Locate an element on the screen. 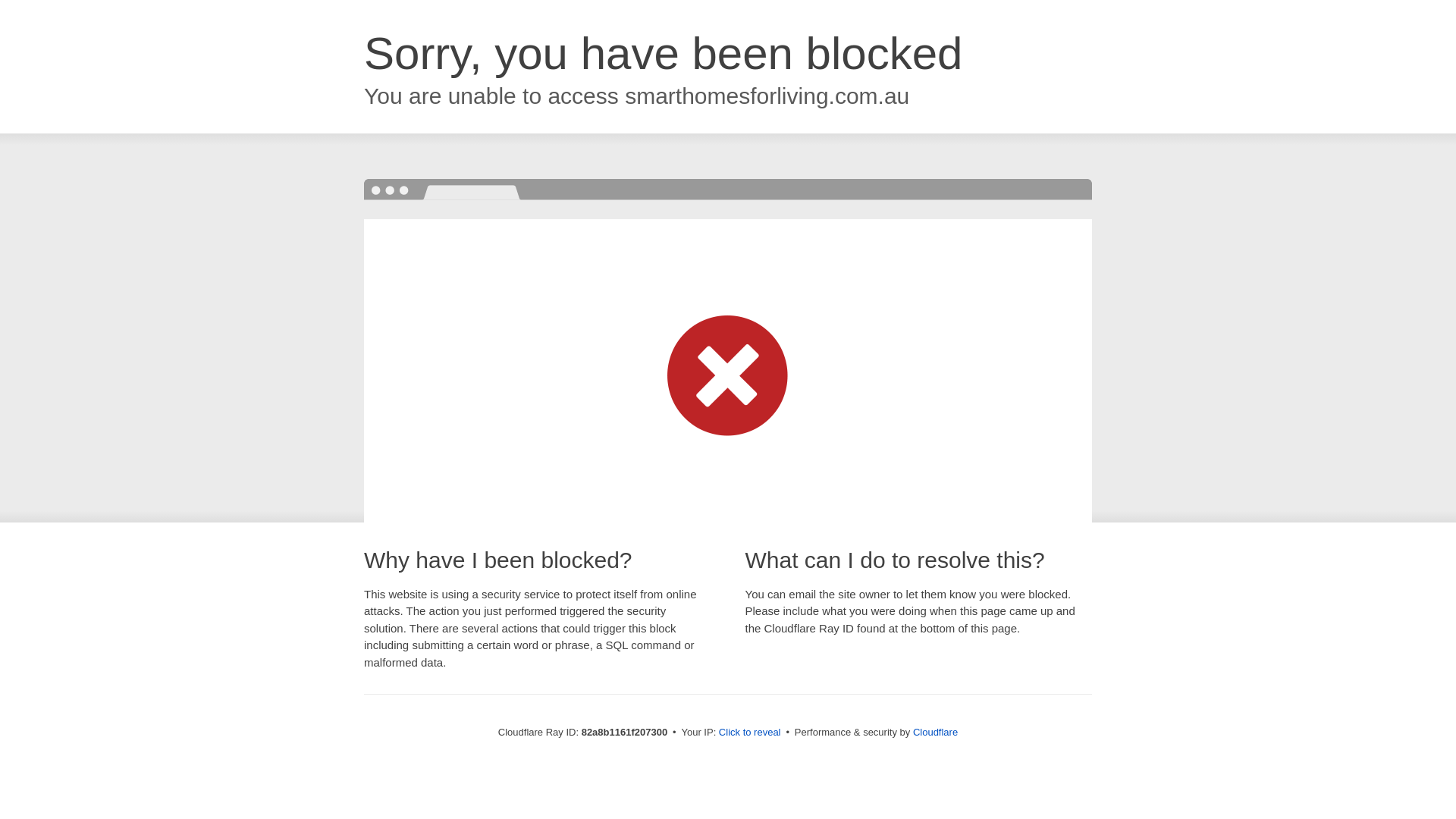  'Cloudflare' is located at coordinates (934, 731).